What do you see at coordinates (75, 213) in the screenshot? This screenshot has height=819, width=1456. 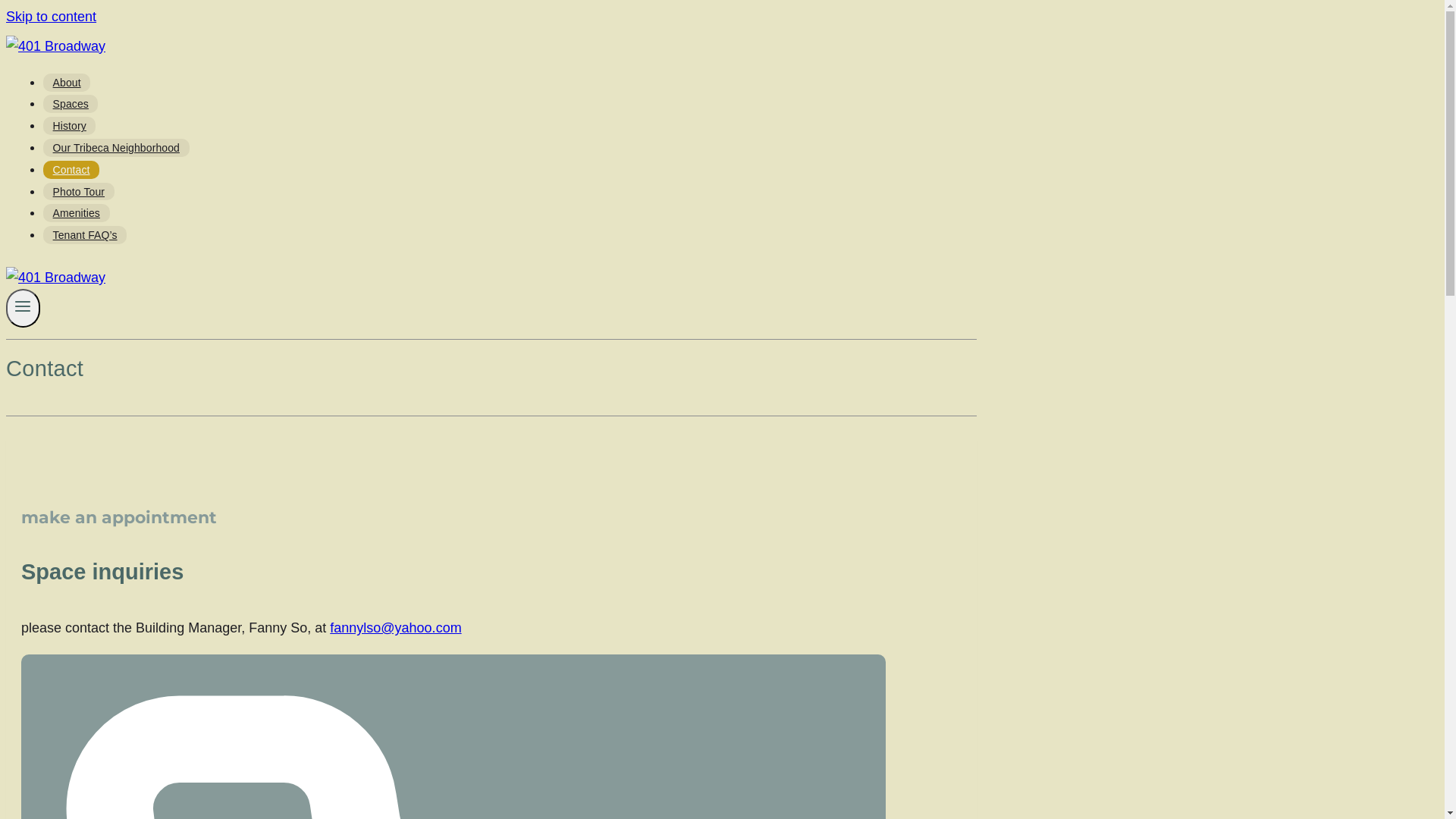 I see `'Amenities'` at bounding box center [75, 213].